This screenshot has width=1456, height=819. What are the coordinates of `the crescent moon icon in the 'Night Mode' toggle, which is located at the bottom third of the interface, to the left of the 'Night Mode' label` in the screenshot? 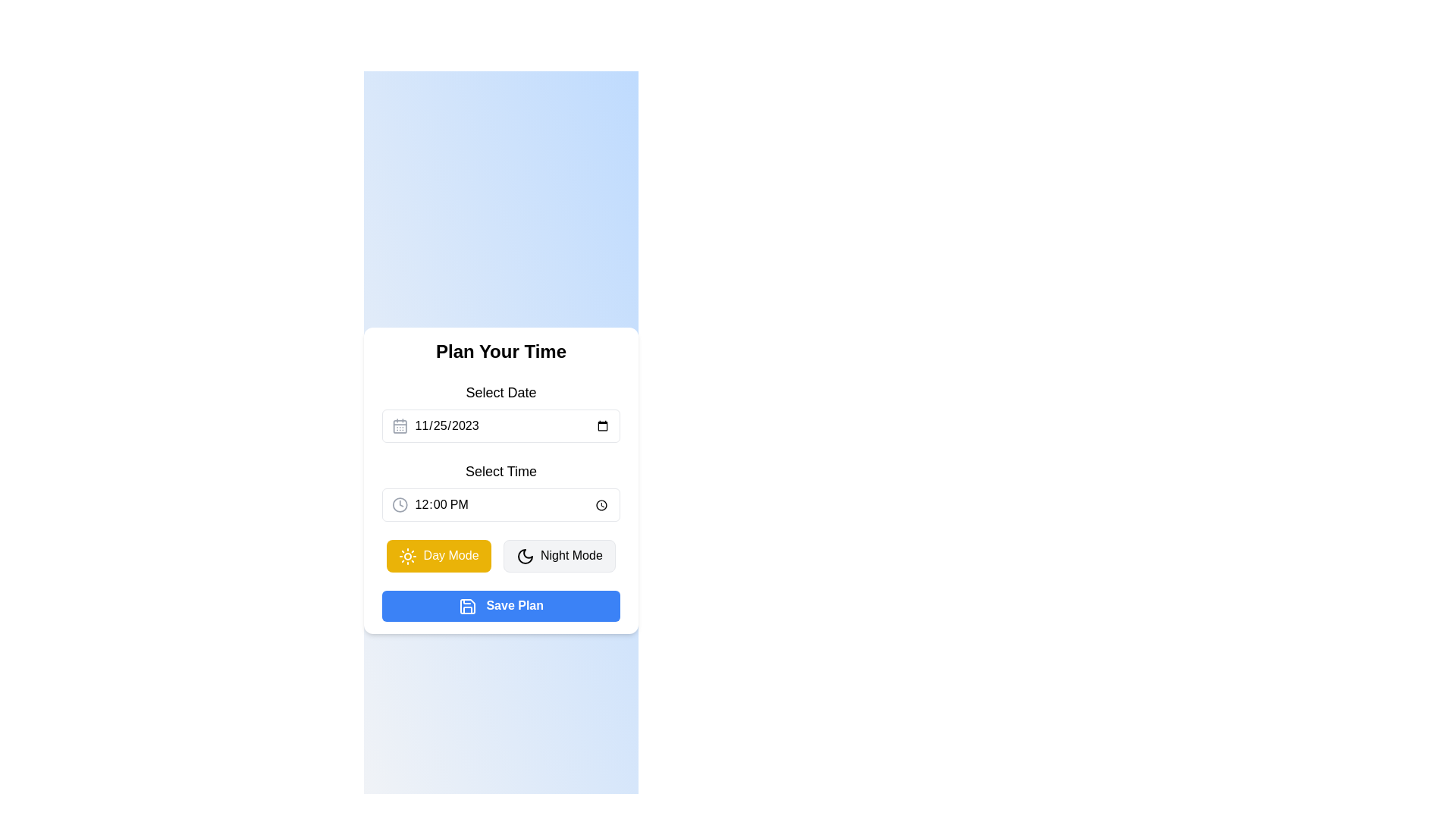 It's located at (525, 556).